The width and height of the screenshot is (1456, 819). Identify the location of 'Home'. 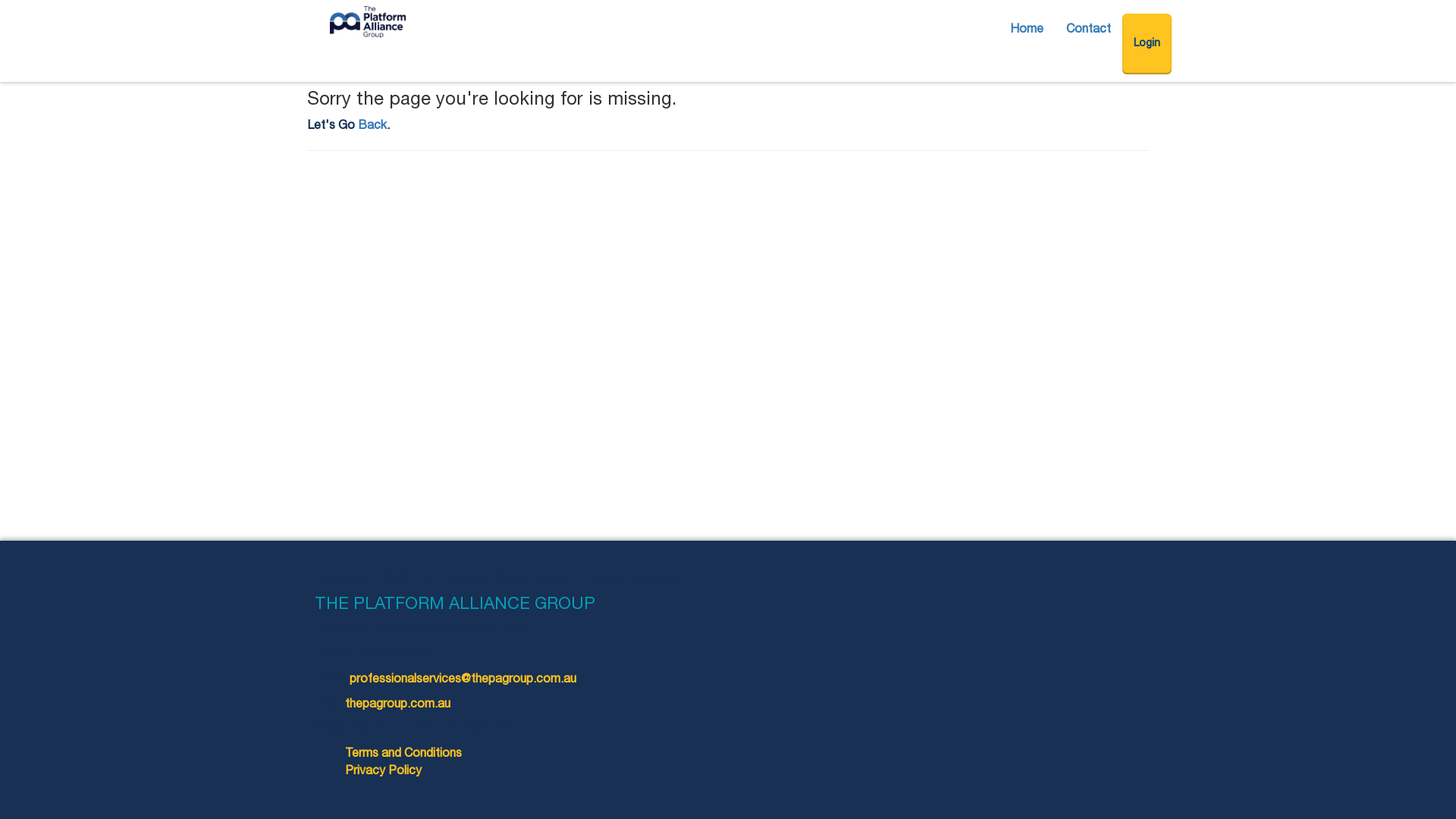
(1026, 30).